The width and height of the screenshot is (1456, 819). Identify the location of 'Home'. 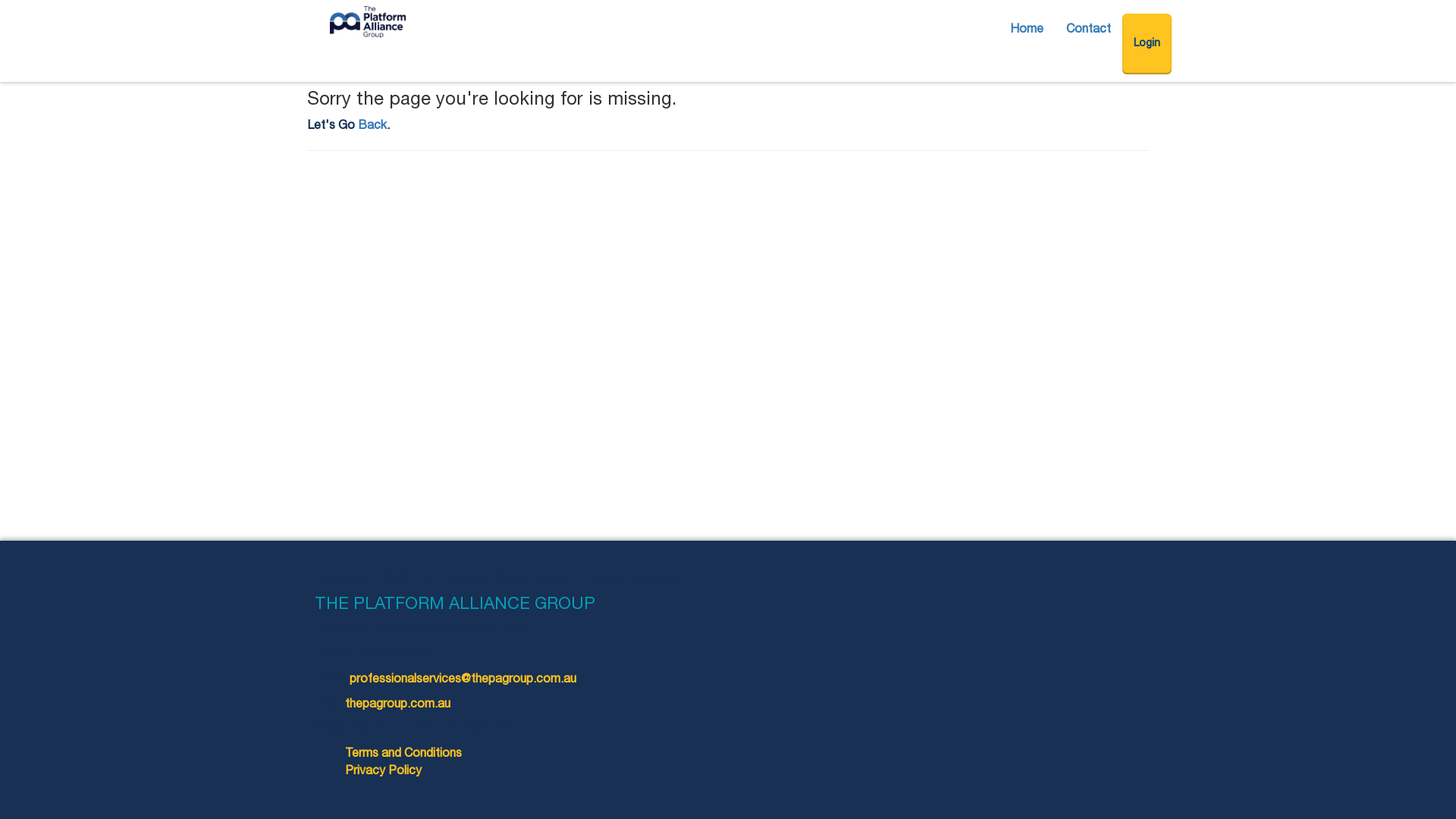
(1026, 30).